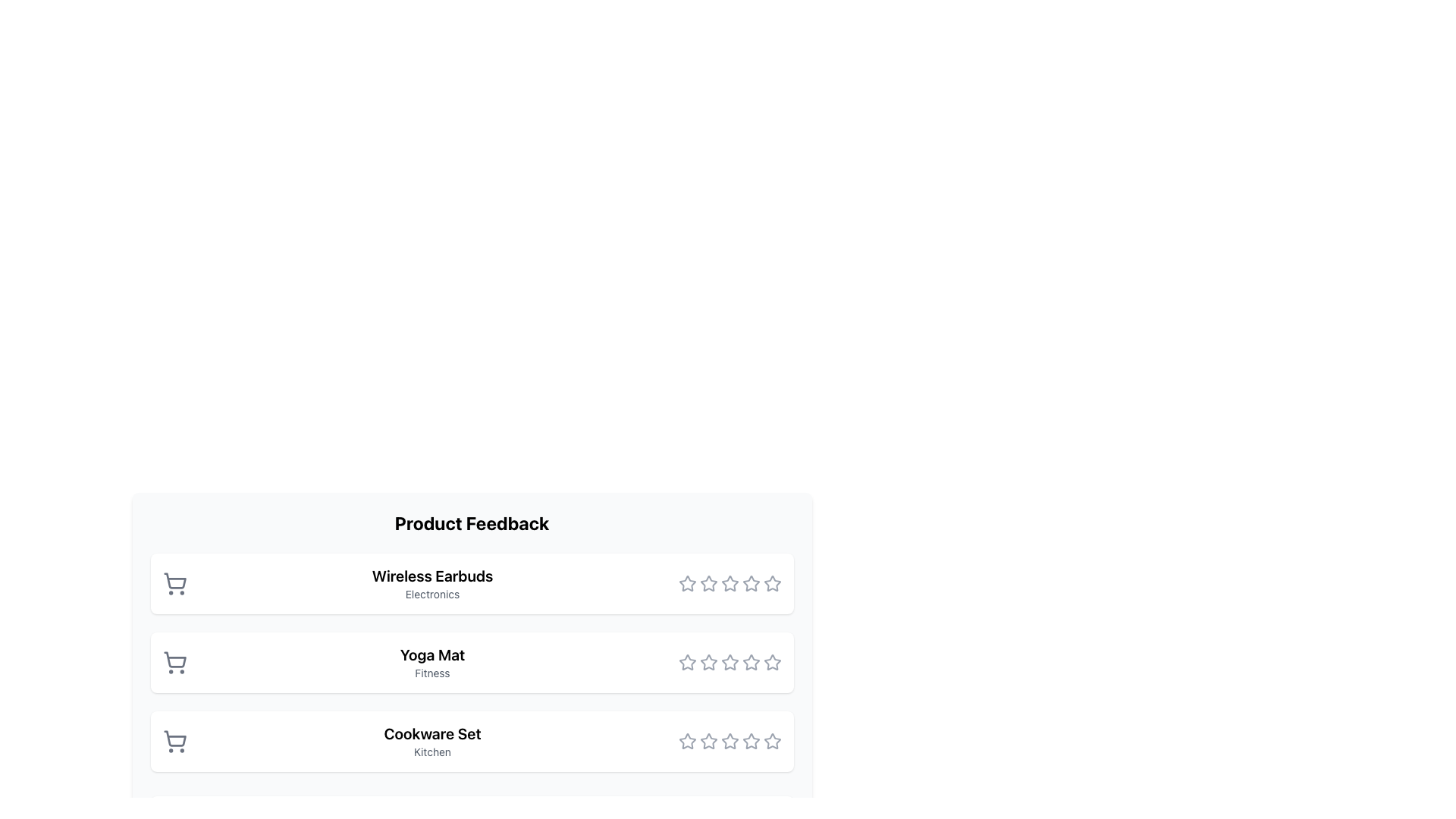 The height and width of the screenshot is (819, 1456). I want to click on the text label displaying 'Wireless Earbuds' in the 'Product Feedback' section, which is the main title for the first entry in the vertical list, so click(431, 576).